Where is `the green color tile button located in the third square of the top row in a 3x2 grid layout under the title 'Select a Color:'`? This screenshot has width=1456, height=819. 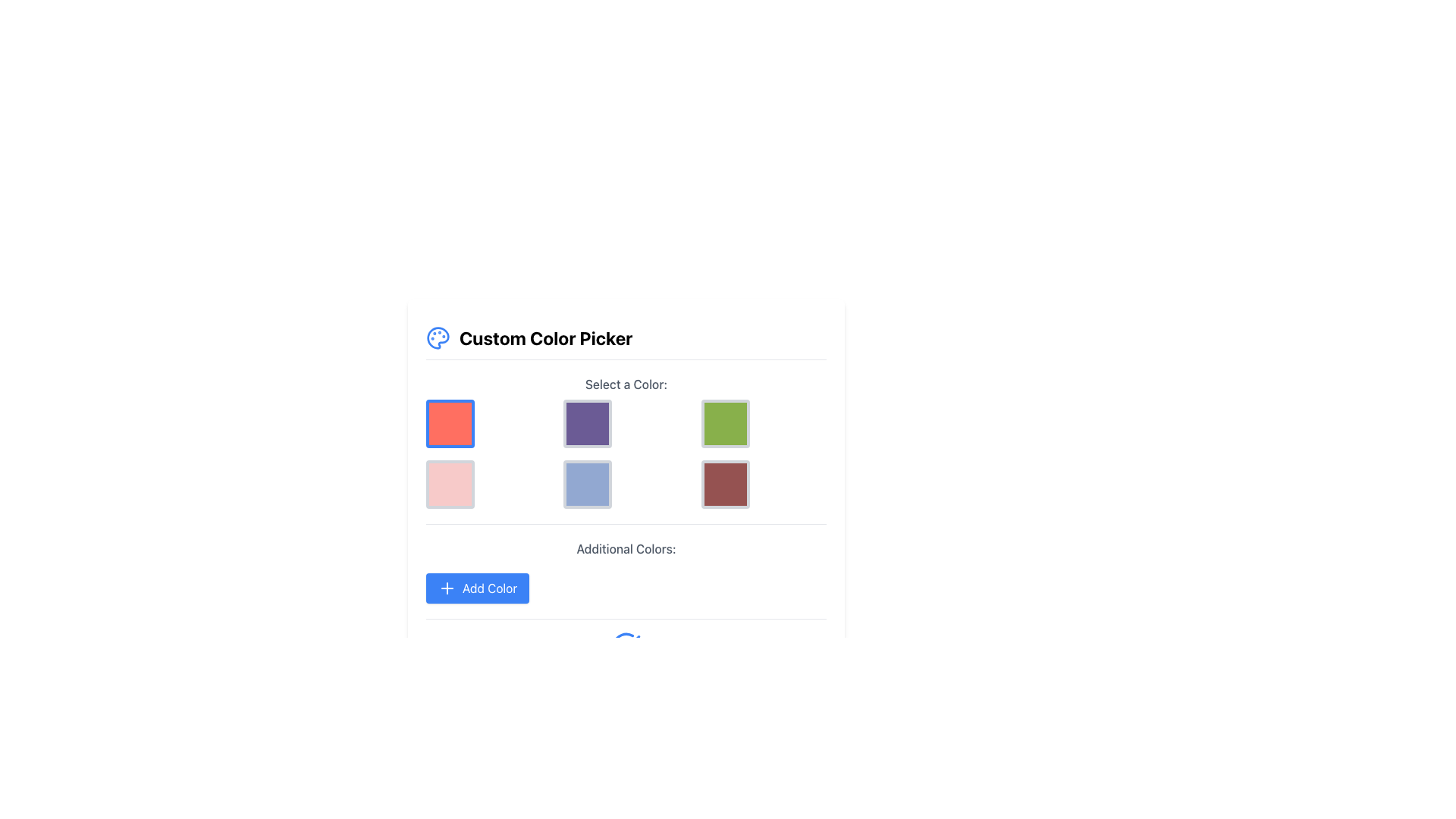
the green color tile button located in the third square of the top row in a 3x2 grid layout under the title 'Select a Color:' is located at coordinates (724, 424).